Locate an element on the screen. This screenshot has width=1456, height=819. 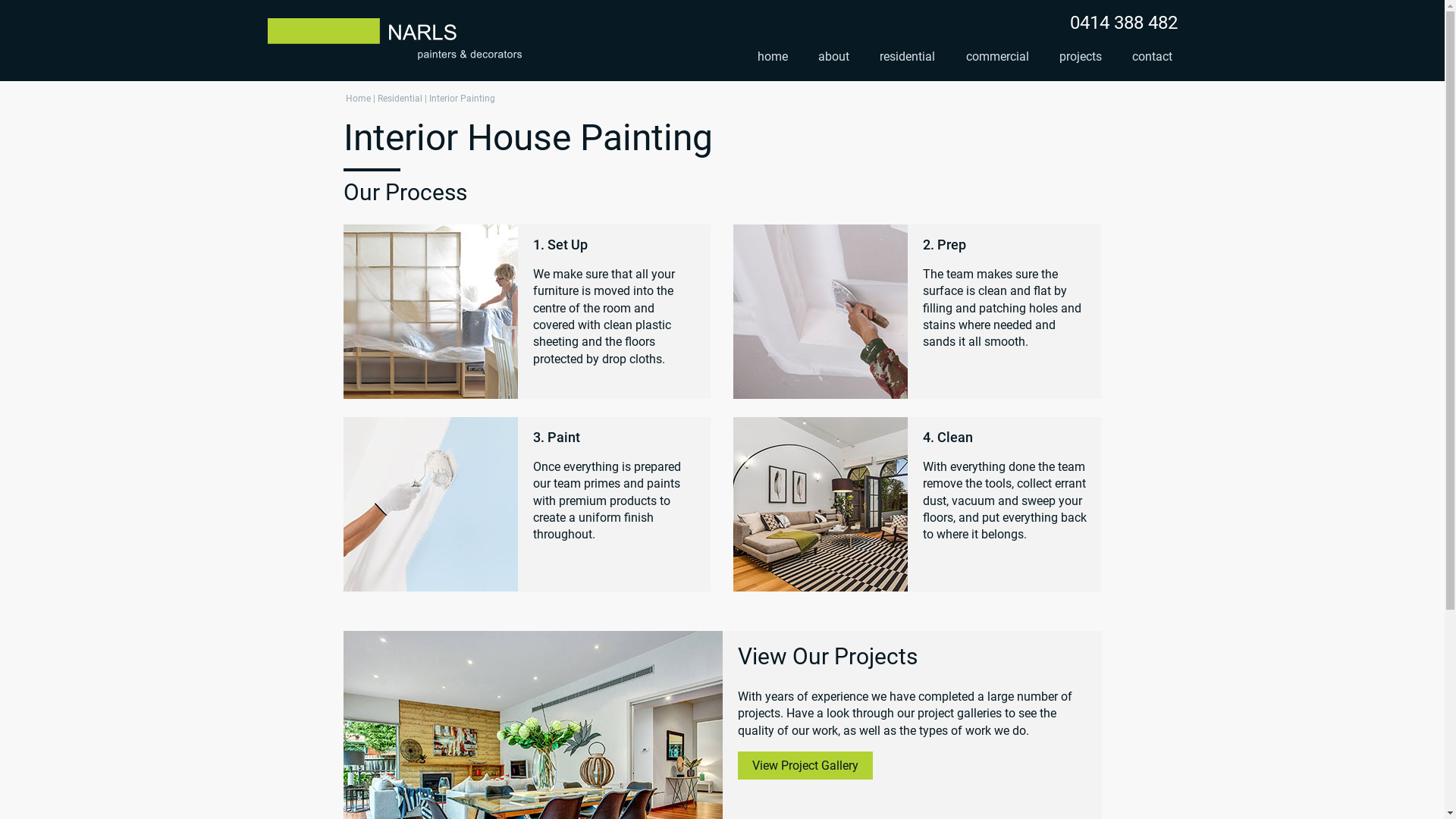
'Interior Painting' is located at coordinates (461, 99).